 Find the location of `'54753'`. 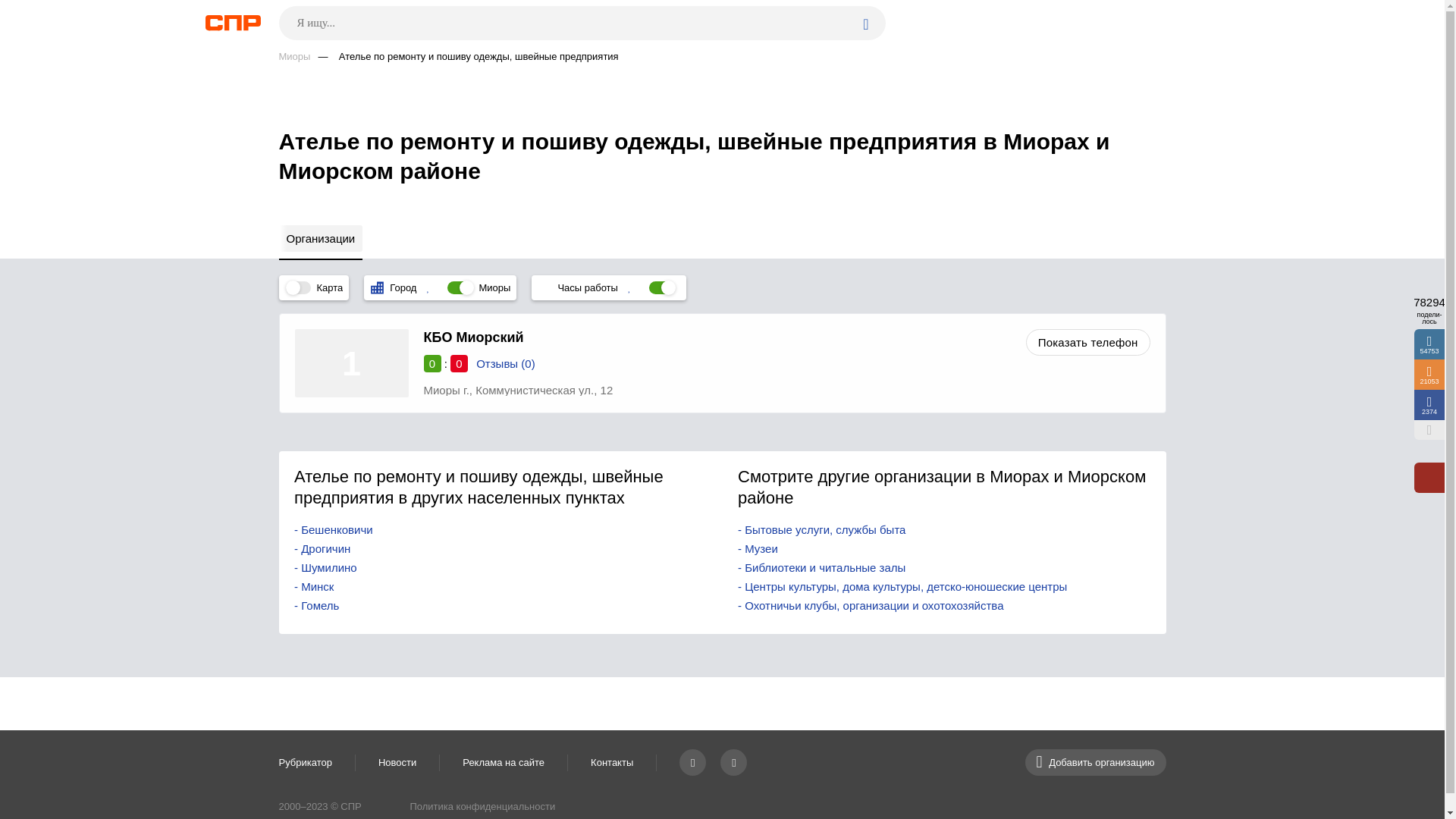

'54753' is located at coordinates (1429, 344).